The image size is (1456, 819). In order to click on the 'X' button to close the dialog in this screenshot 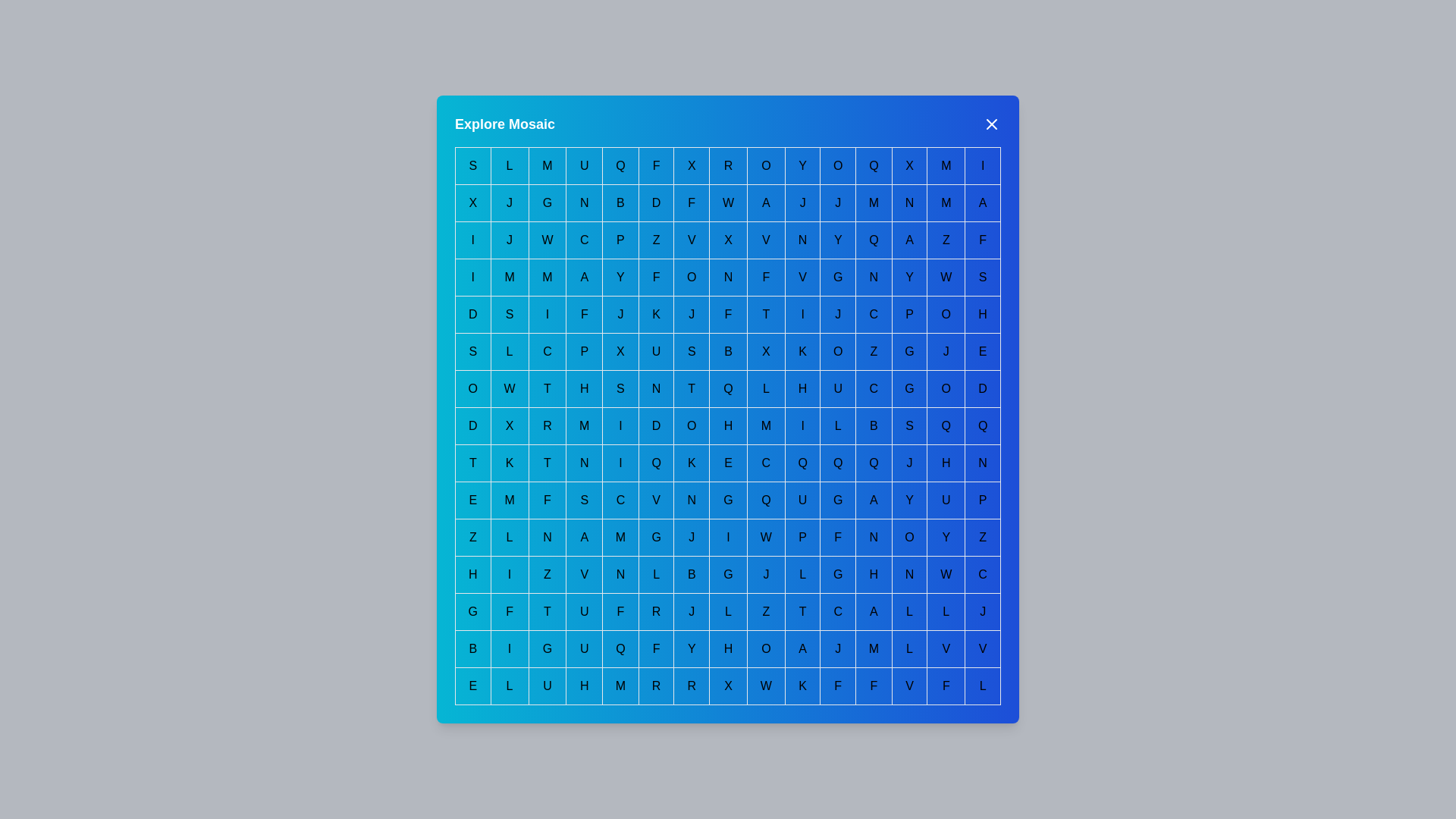, I will do `click(992, 124)`.